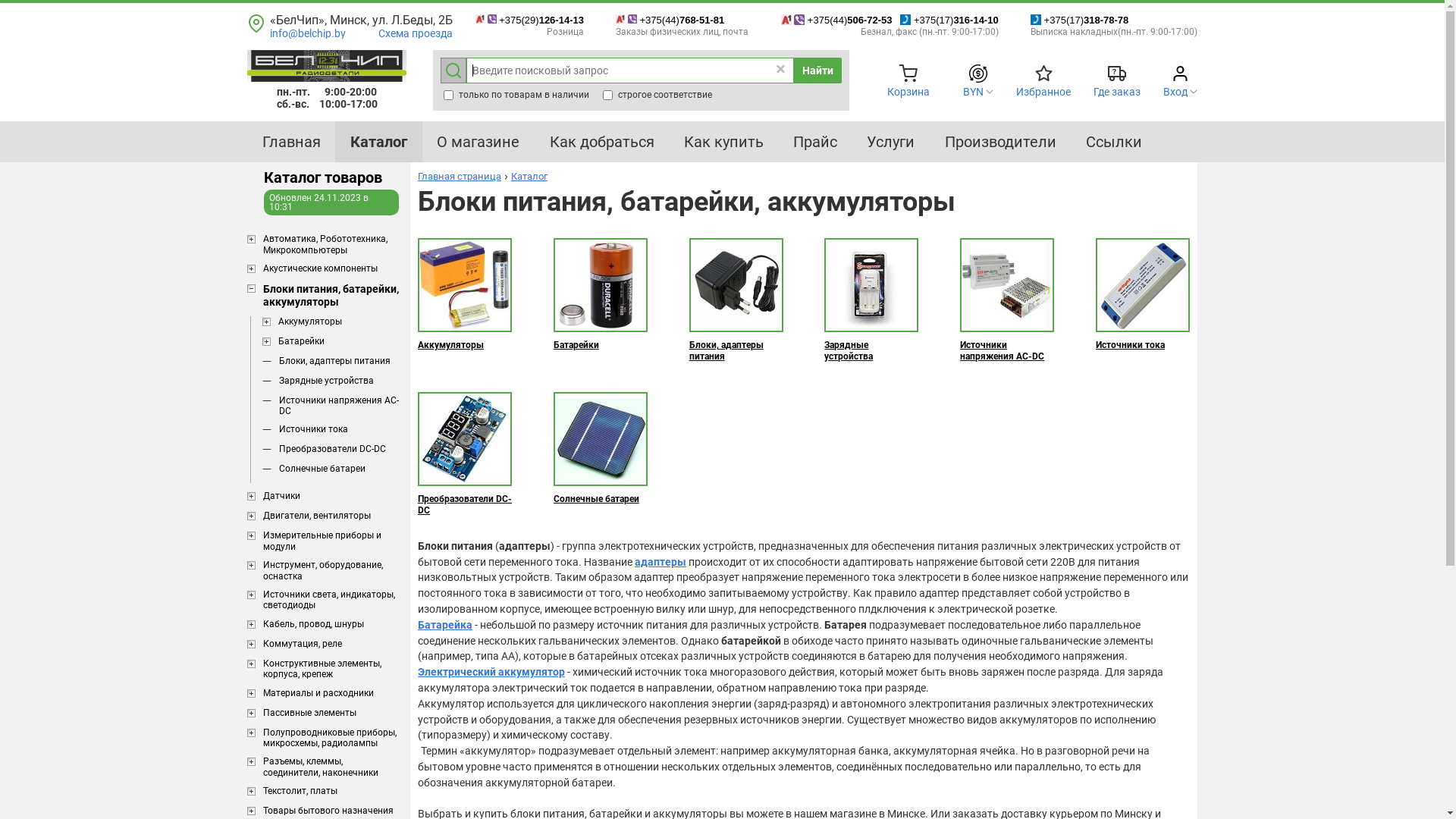 The width and height of the screenshot is (1456, 819). Describe the element at coordinates (607, 95) in the screenshot. I see `'on'` at that location.